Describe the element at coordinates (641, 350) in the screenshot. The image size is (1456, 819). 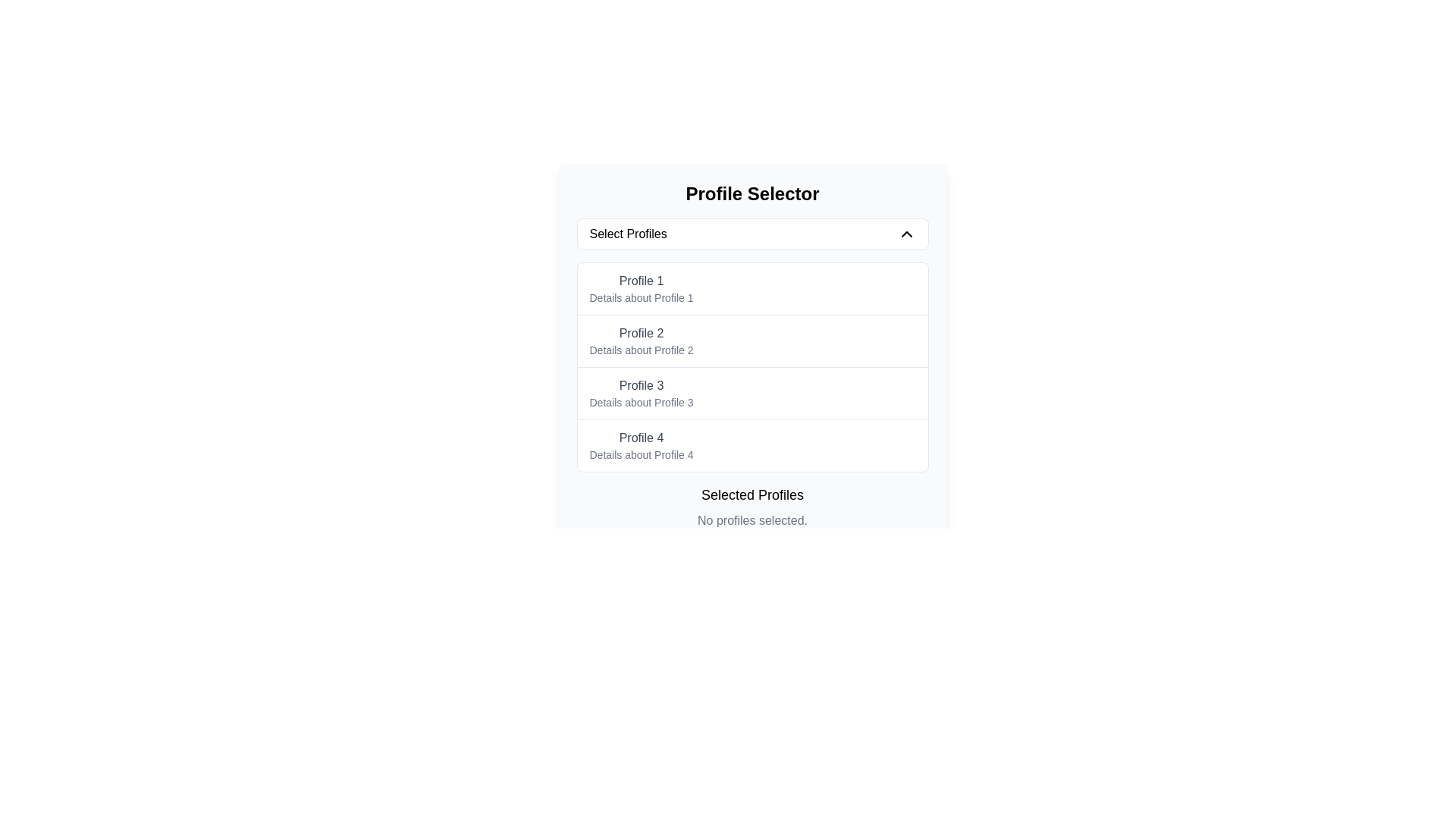
I see `the static text reading 'Details about Profile 2' located below 'Profile 2' in the 'Profile Selector' dropdown` at that location.